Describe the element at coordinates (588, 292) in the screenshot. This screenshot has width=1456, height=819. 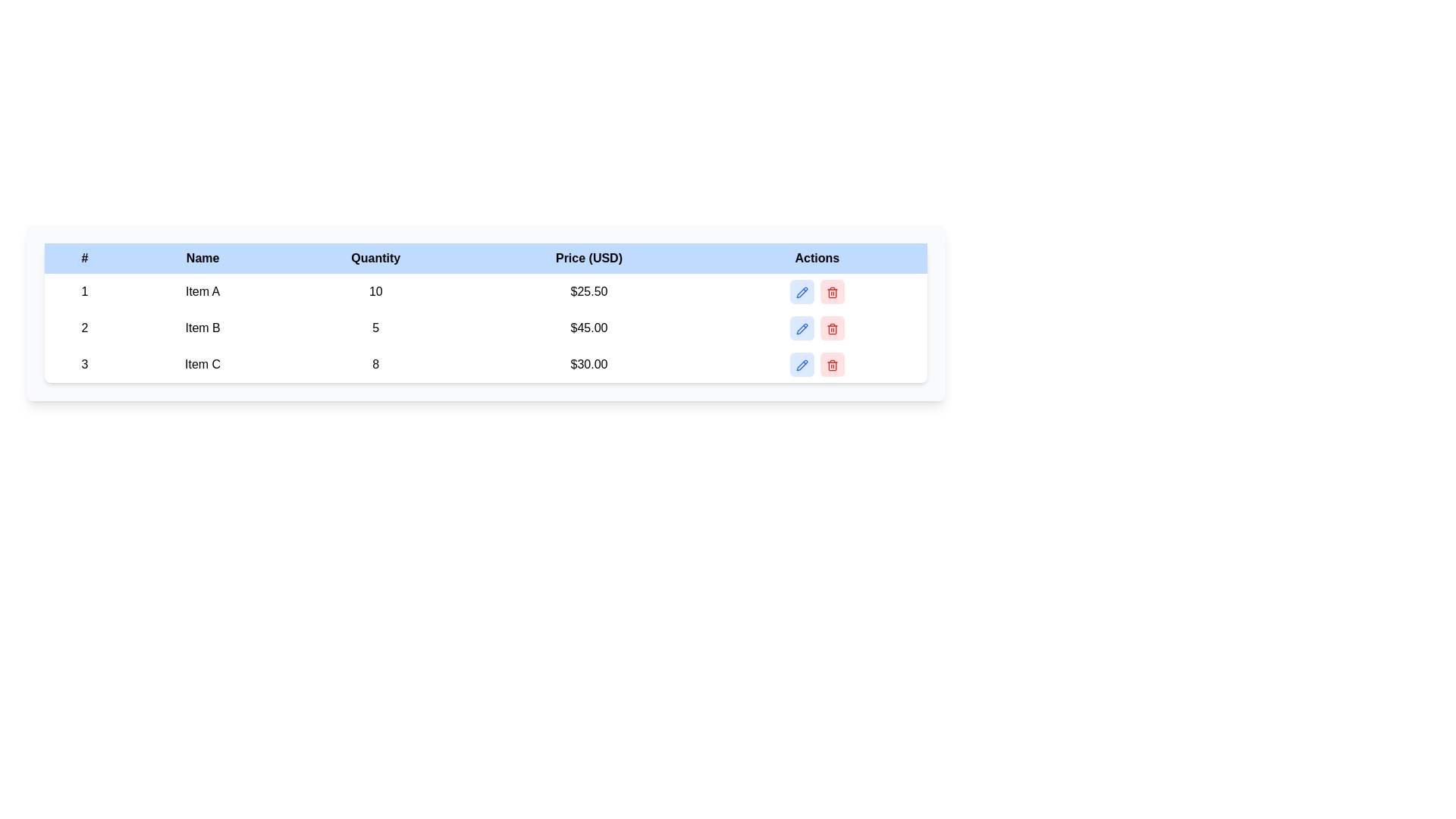
I see `the text display showing the value '$25.50' in the 'Price (USD)' column of the table for 'Item A'` at that location.